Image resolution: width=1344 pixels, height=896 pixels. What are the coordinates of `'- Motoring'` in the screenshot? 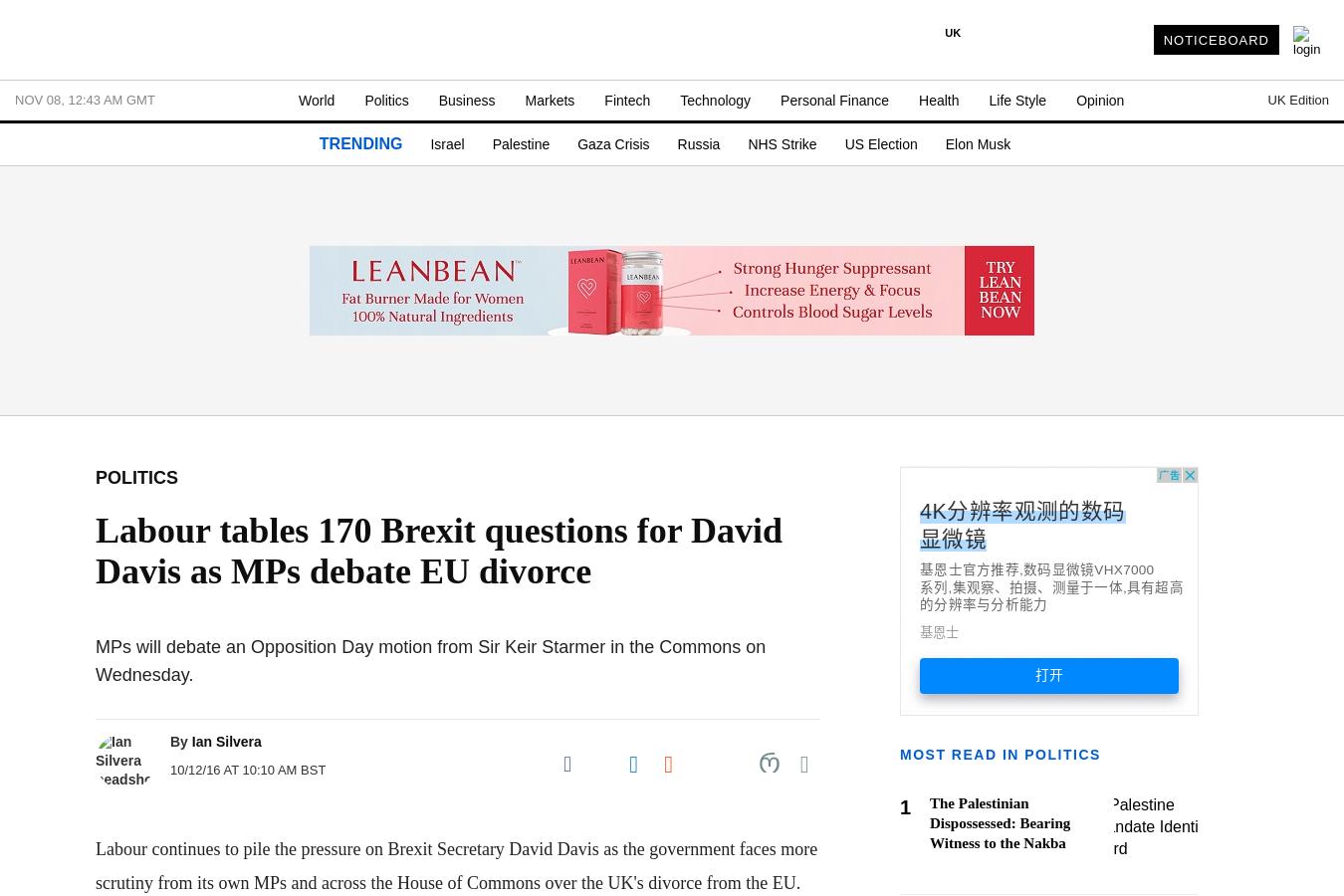 It's located at (55, 450).